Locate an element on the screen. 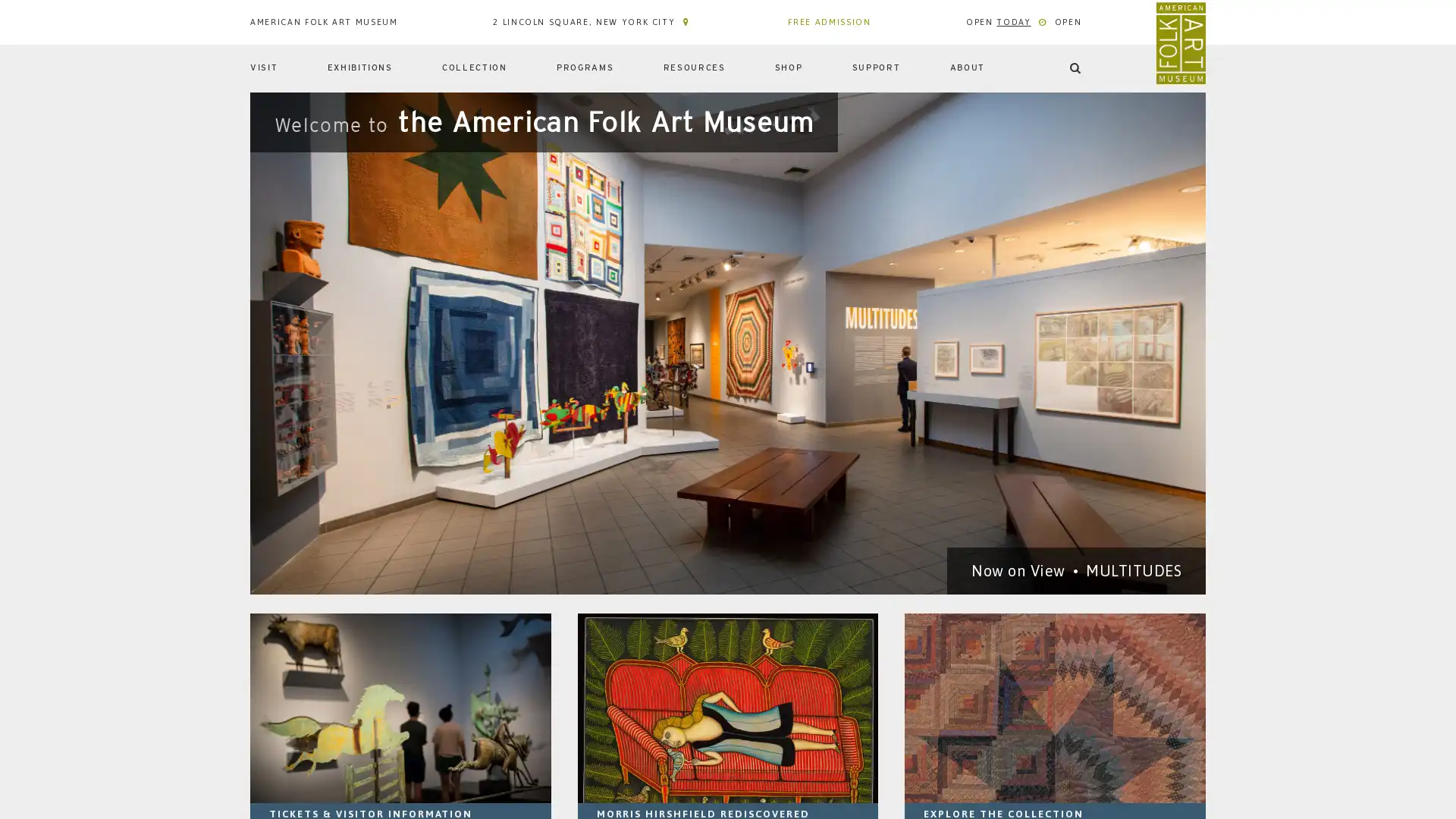  SEARCH is located at coordinates (1166, 120).